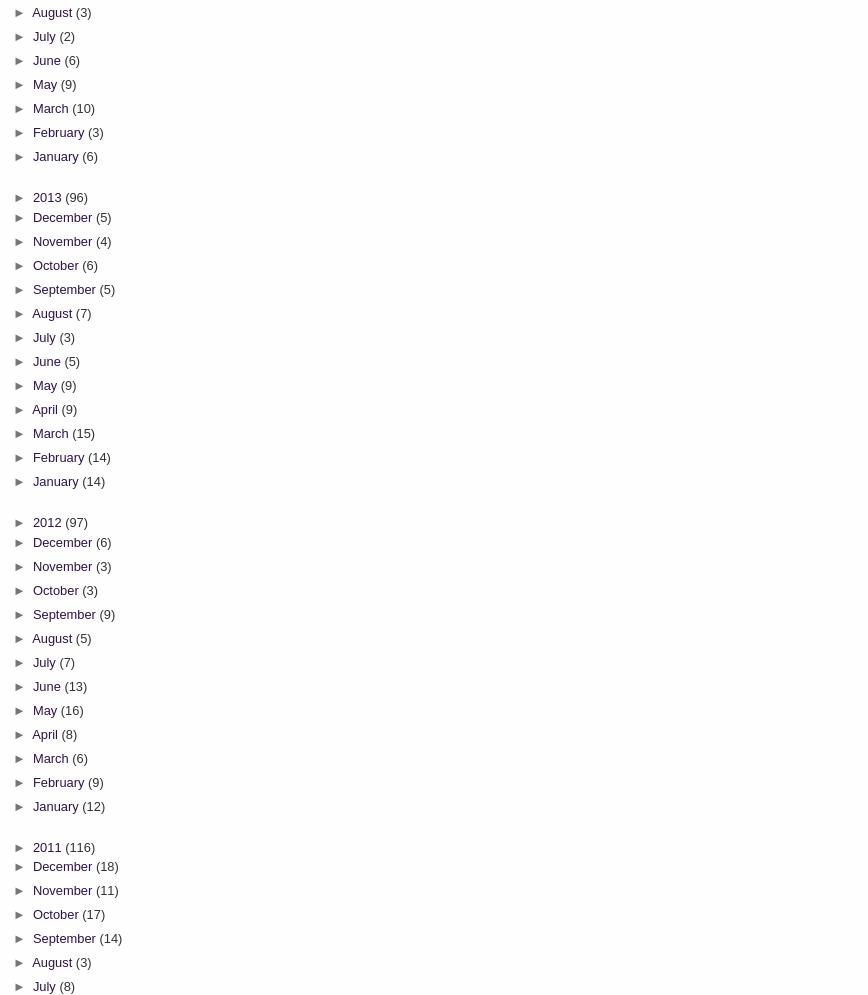 The width and height of the screenshot is (868, 995). I want to click on '(4)', so click(103, 240).